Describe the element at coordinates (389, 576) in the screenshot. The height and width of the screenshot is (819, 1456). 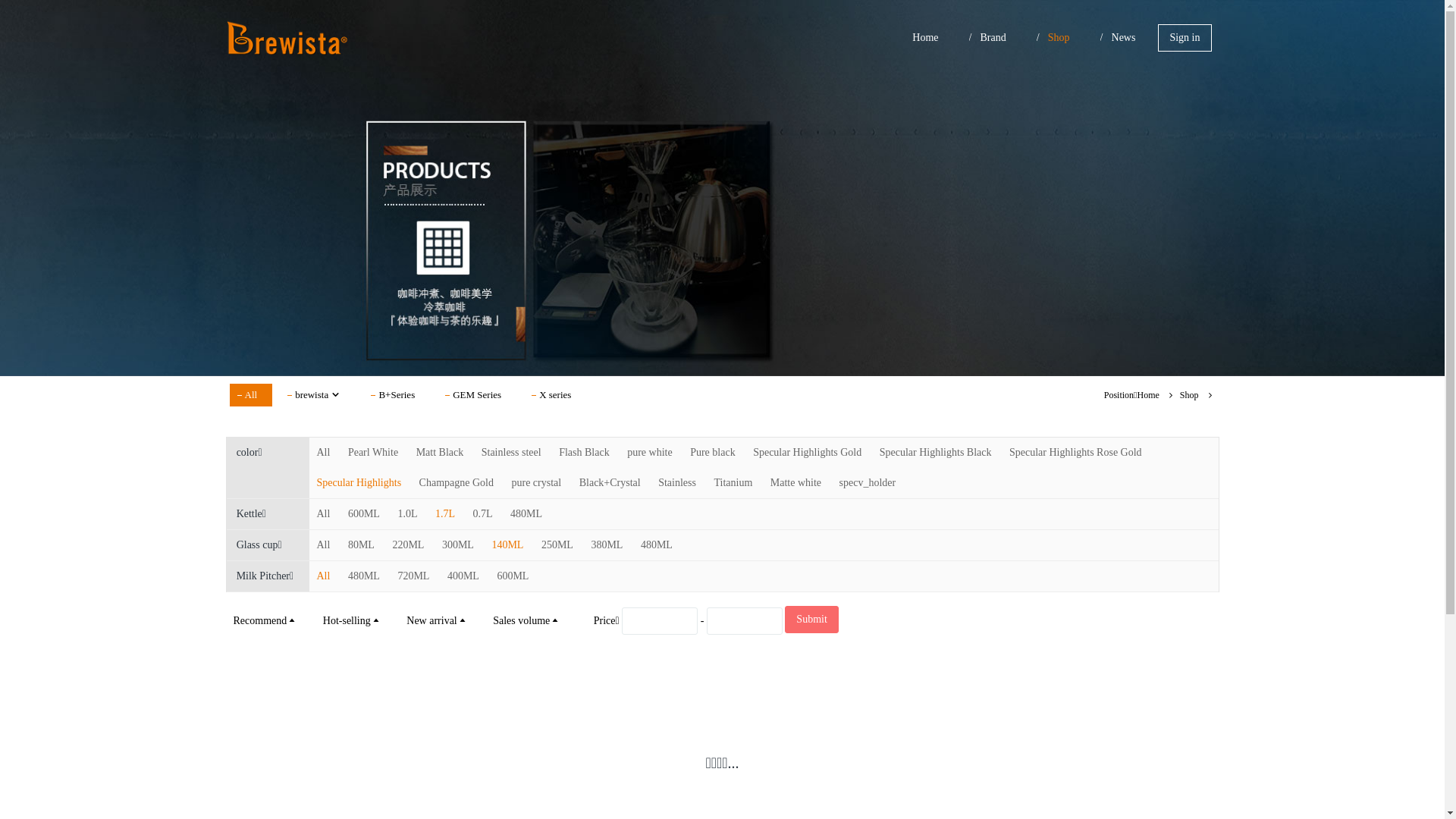
I see `'720ML'` at that location.